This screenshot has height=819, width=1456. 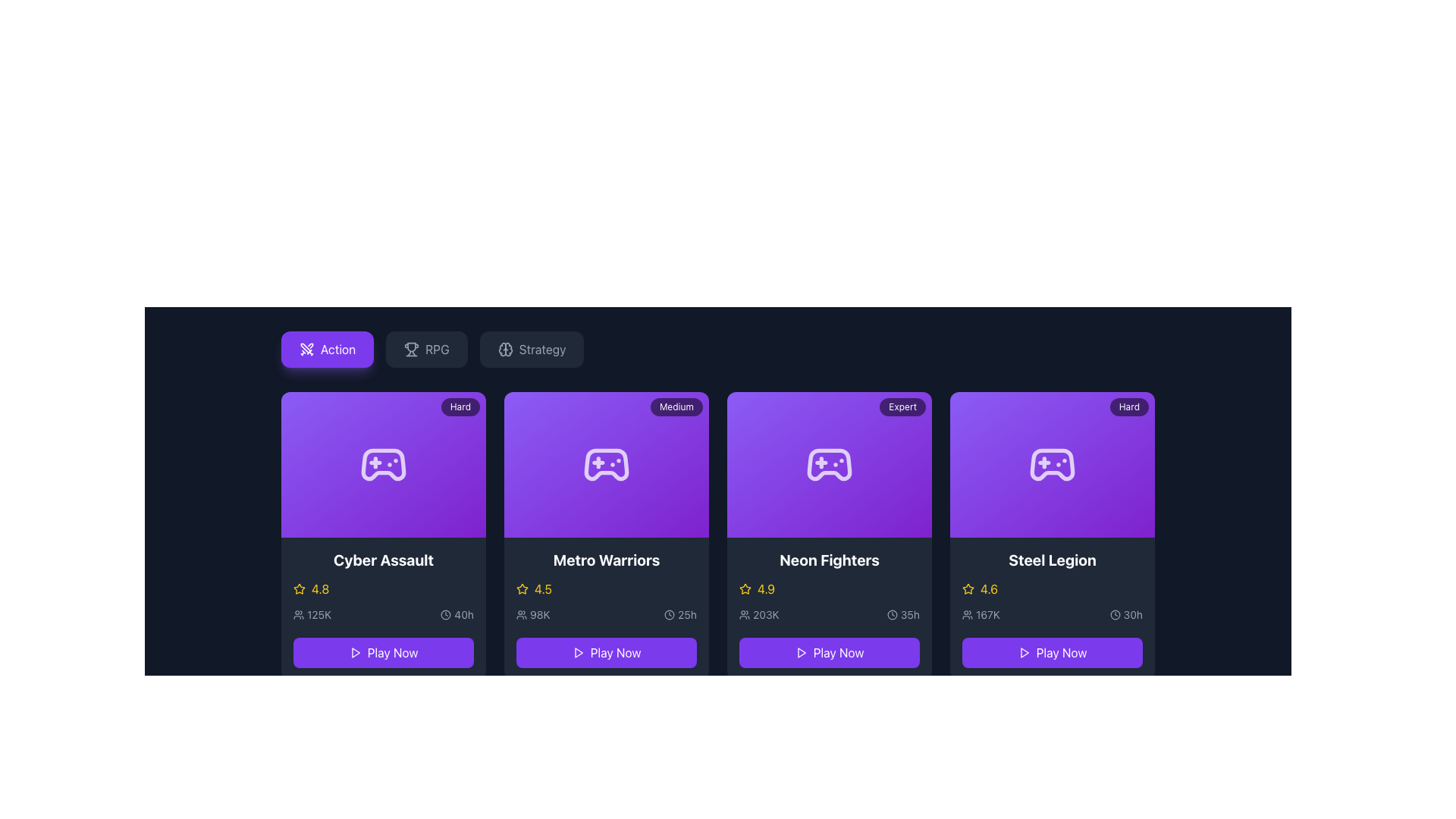 What do you see at coordinates (829, 560) in the screenshot?
I see `title text 'Neon Fighters' from the heading element, which is styled prominently in bold, white font as the primary title within its card` at bounding box center [829, 560].